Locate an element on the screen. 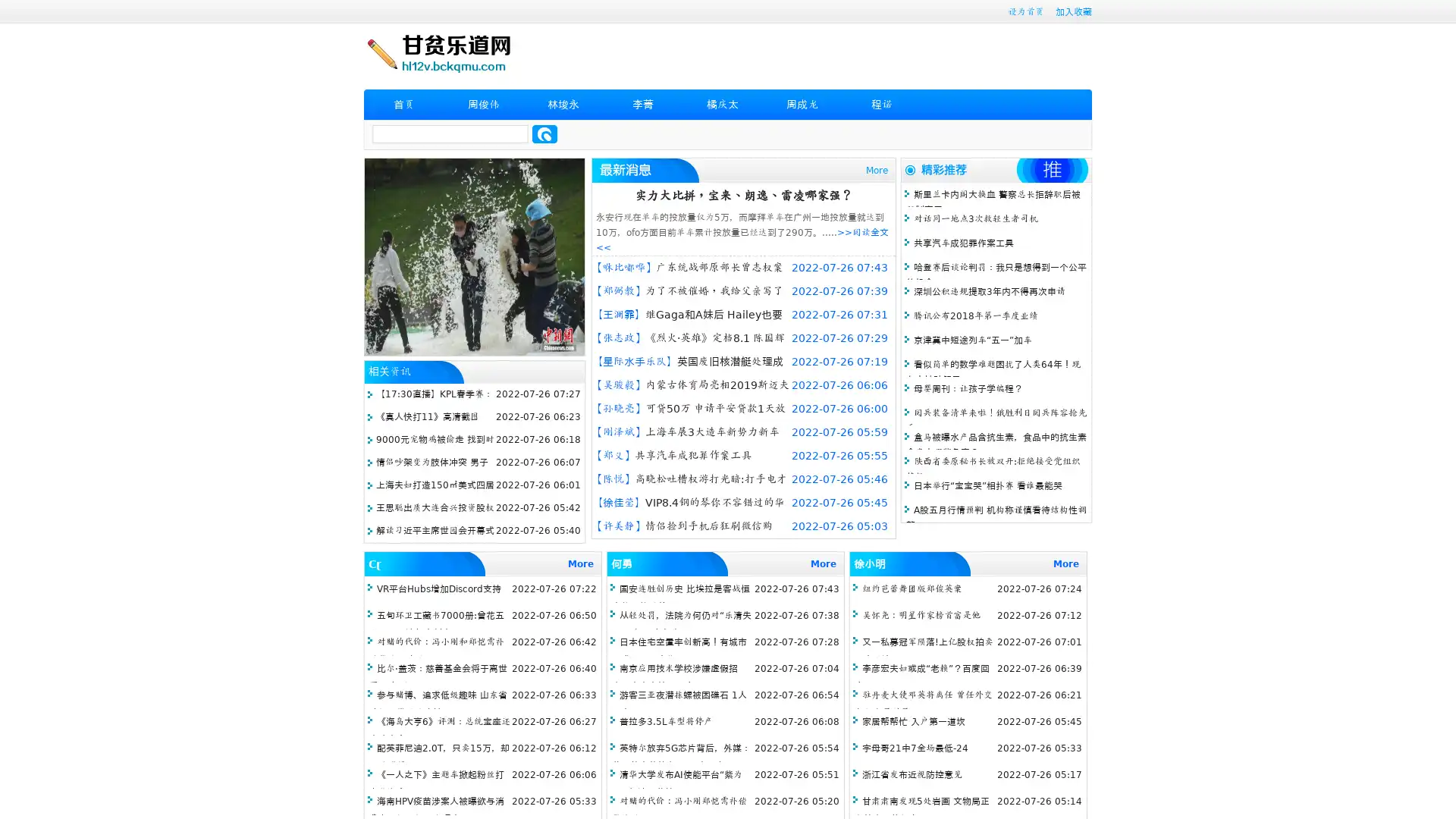 This screenshot has width=1456, height=819. Search is located at coordinates (544, 133).